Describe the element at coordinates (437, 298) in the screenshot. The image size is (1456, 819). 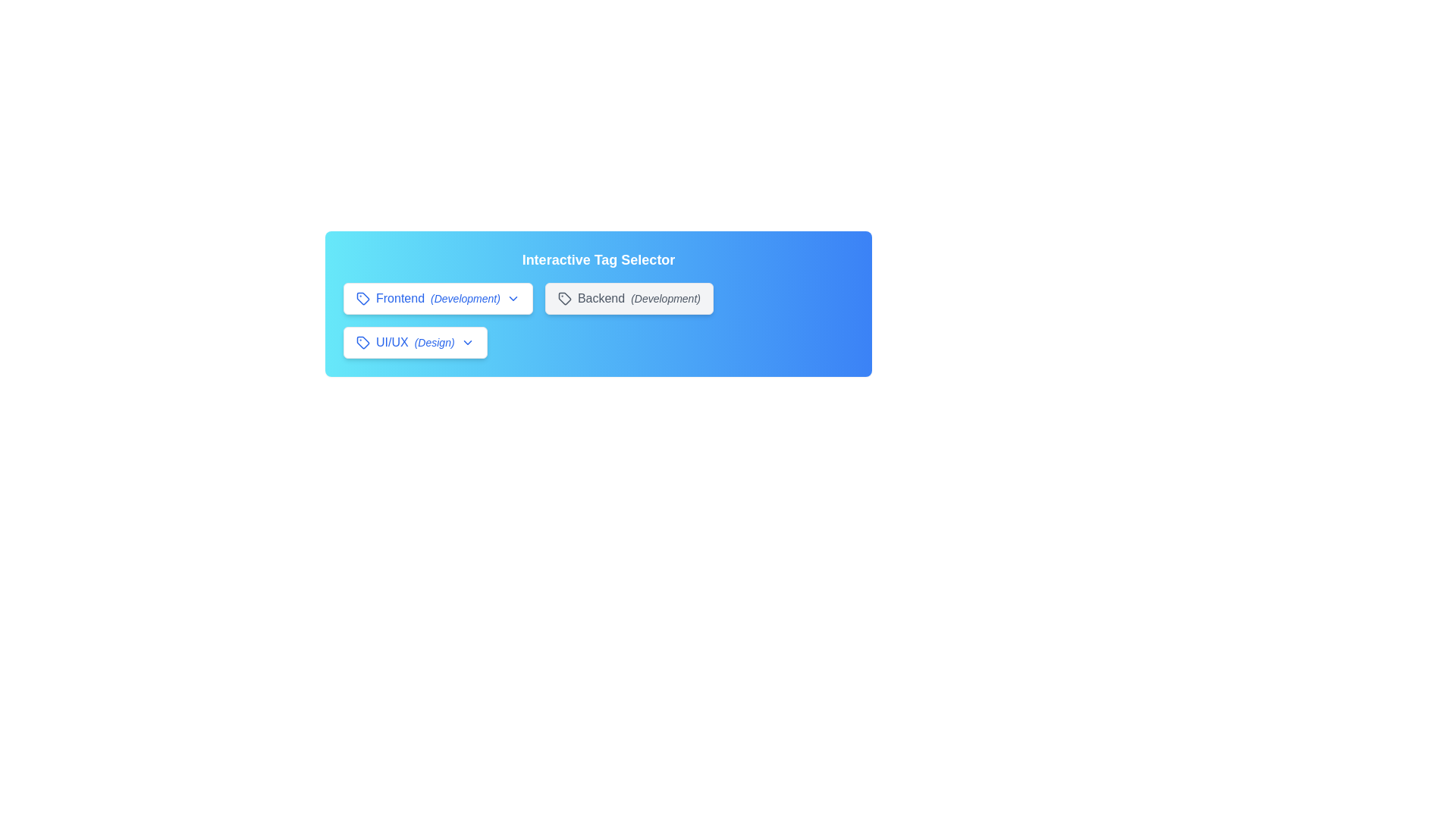
I see `the tag Frontend` at that location.